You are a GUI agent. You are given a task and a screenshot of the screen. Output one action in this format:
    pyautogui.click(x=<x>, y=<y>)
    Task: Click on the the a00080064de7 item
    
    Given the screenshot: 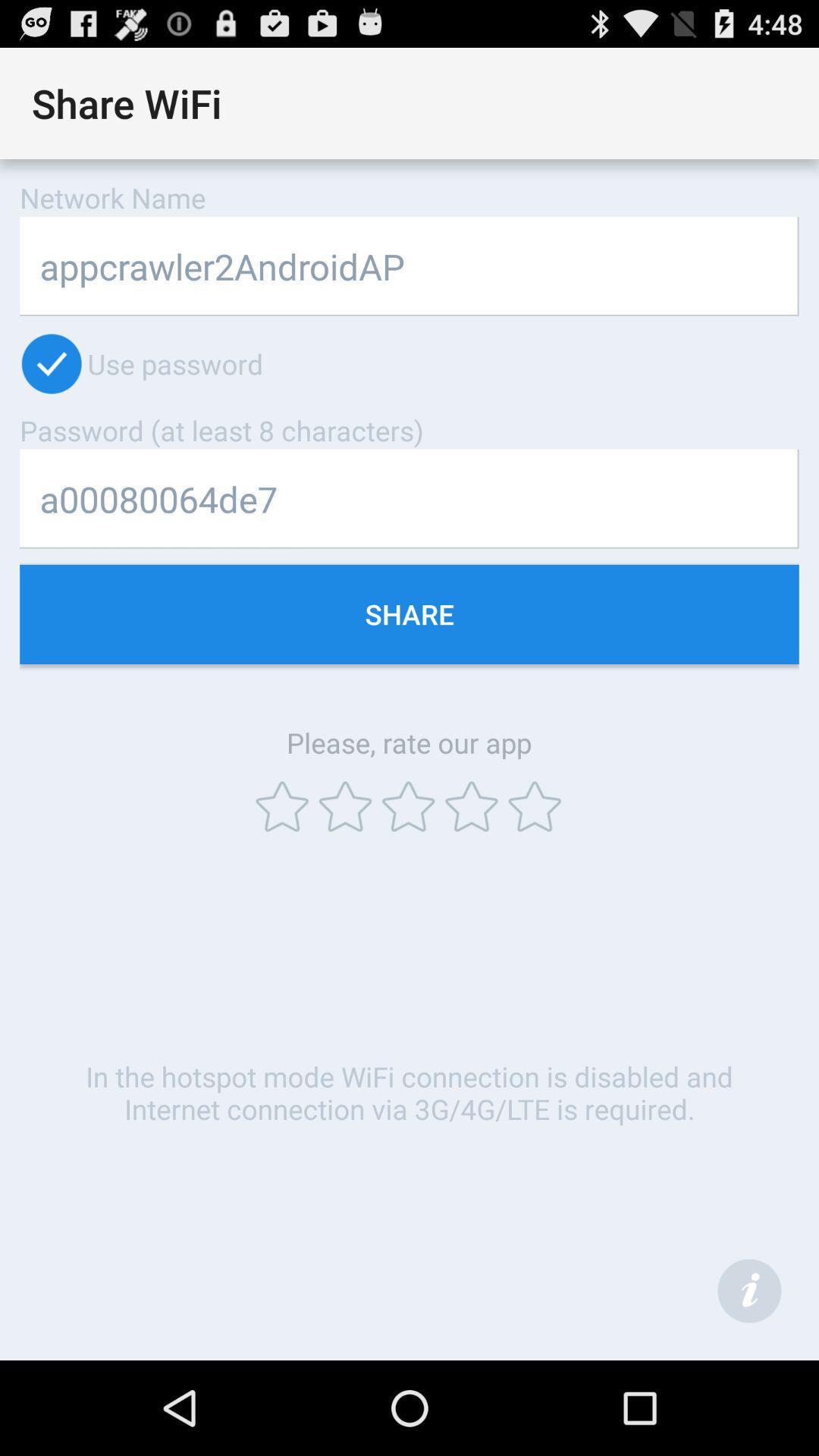 What is the action you would take?
    pyautogui.click(x=409, y=499)
    